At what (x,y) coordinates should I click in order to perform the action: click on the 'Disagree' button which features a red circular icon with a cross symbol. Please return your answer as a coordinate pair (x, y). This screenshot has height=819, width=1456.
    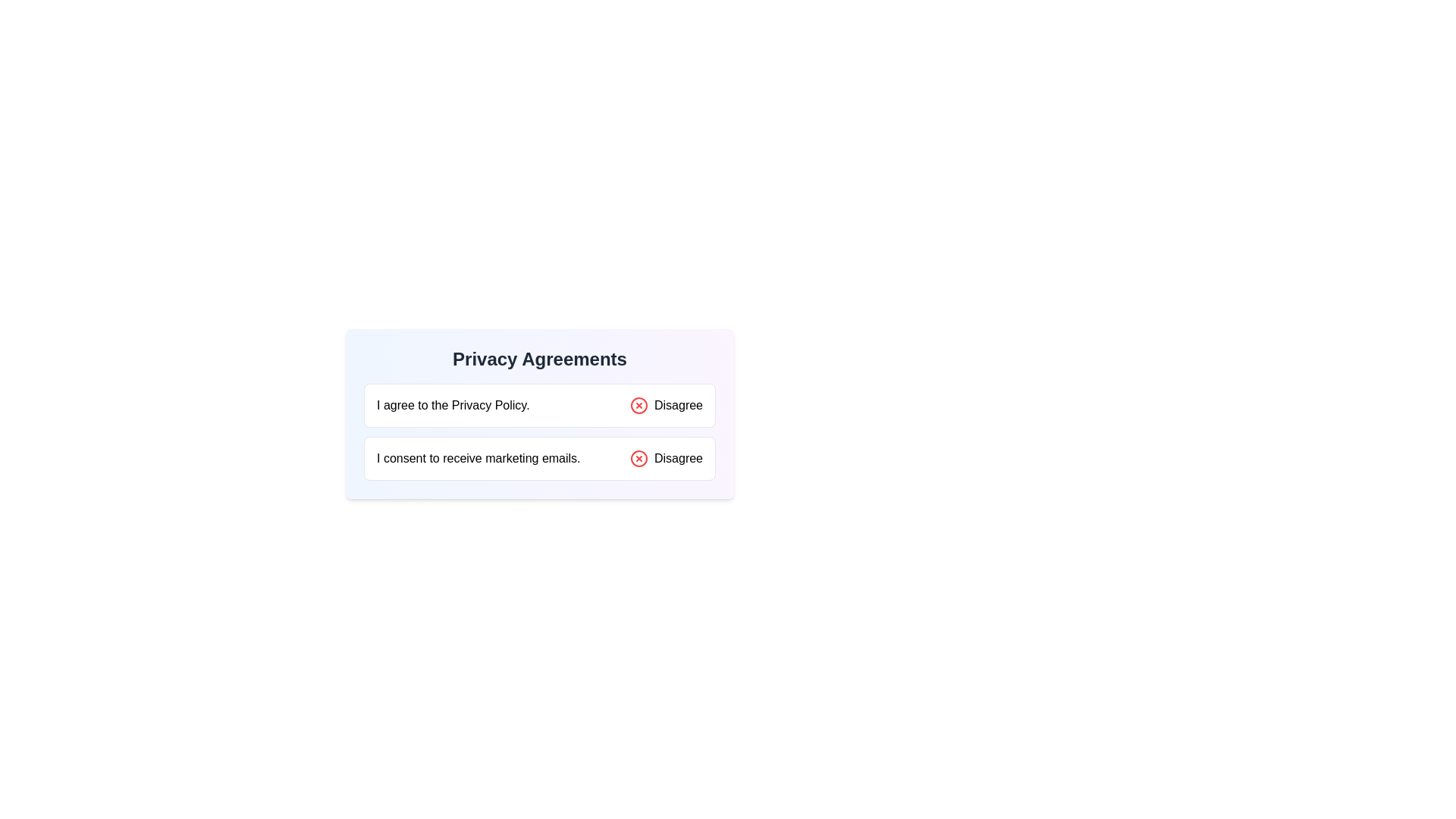
    Looking at the image, I should click on (666, 405).